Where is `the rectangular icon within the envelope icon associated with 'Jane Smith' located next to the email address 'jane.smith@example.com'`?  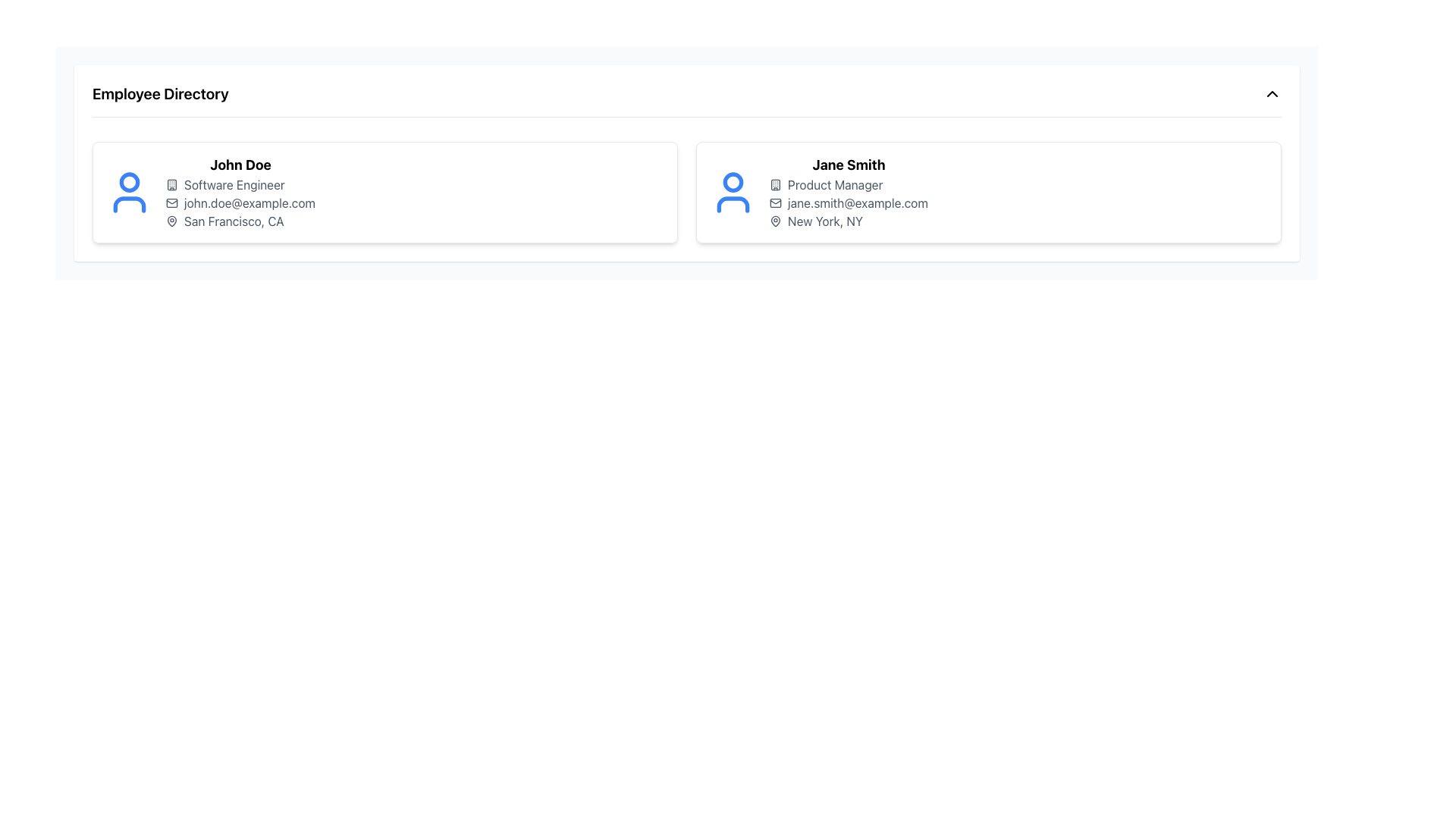 the rectangular icon within the envelope icon associated with 'Jane Smith' located next to the email address 'jane.smith@example.com' is located at coordinates (775, 202).